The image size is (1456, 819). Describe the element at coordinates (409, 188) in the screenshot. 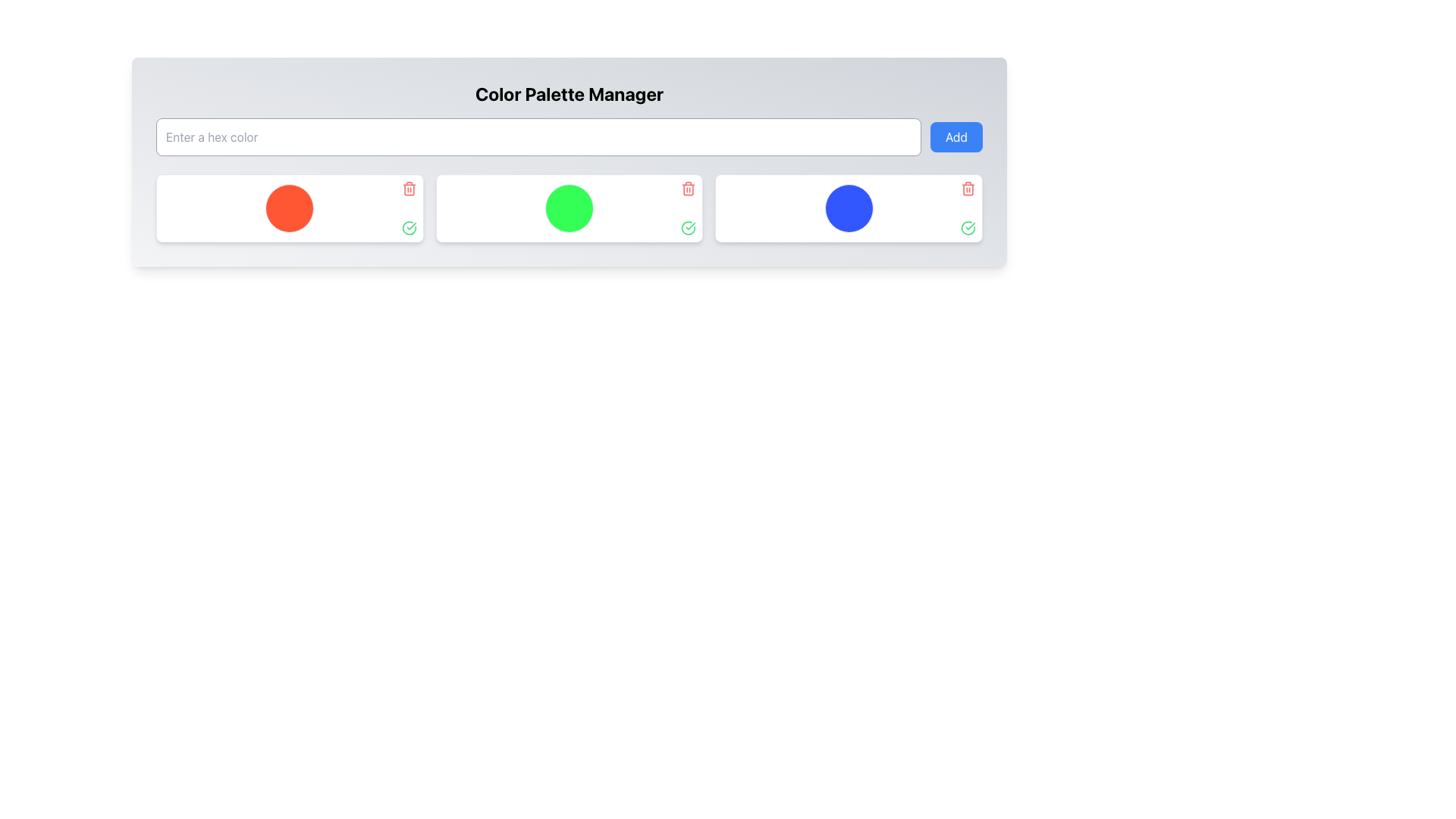

I see `the red trash bin icon located at the top-right corner of the first card in the horizontal list of color palettes` at that location.